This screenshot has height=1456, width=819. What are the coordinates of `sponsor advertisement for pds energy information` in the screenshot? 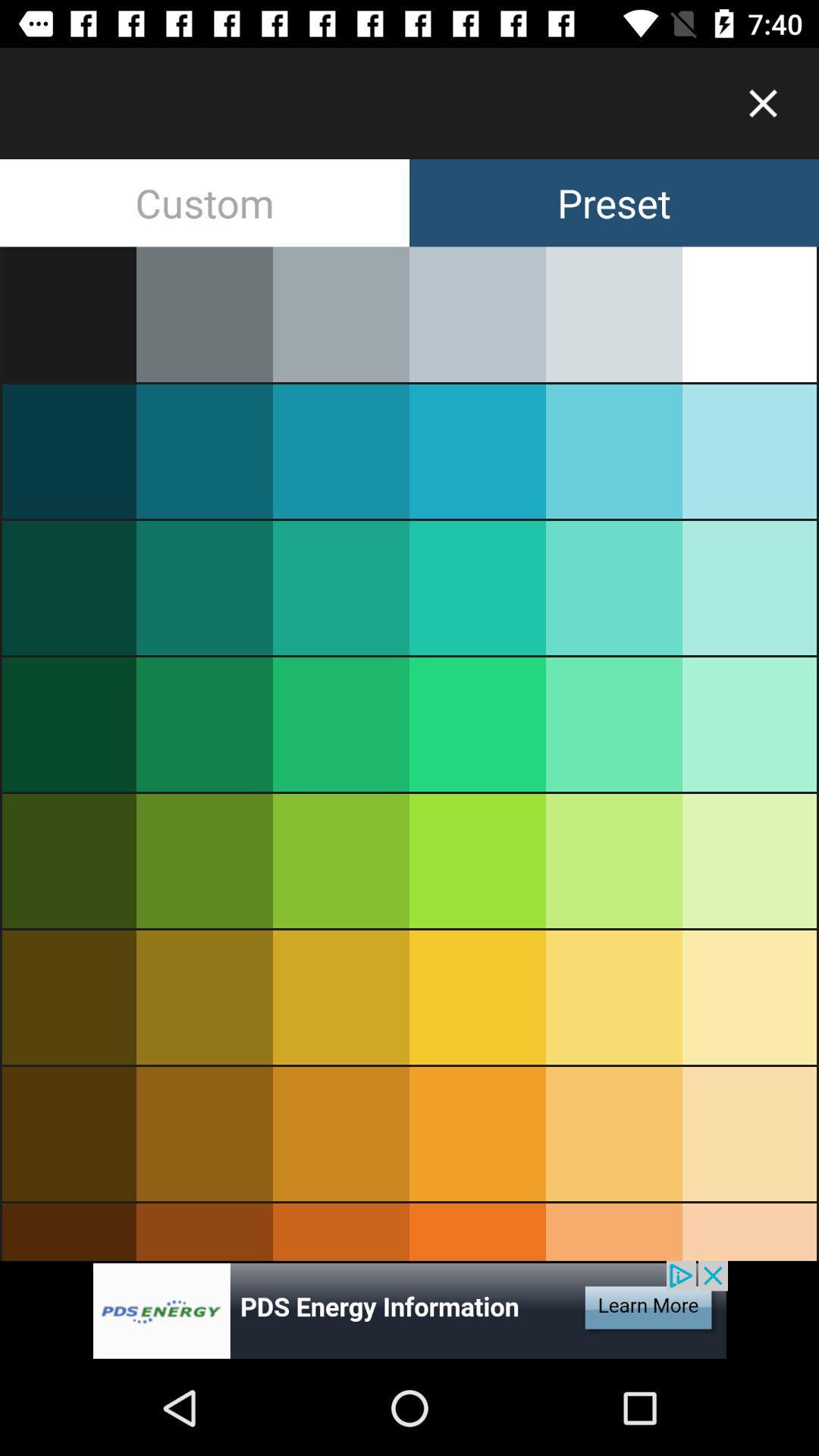 It's located at (409, 1310).